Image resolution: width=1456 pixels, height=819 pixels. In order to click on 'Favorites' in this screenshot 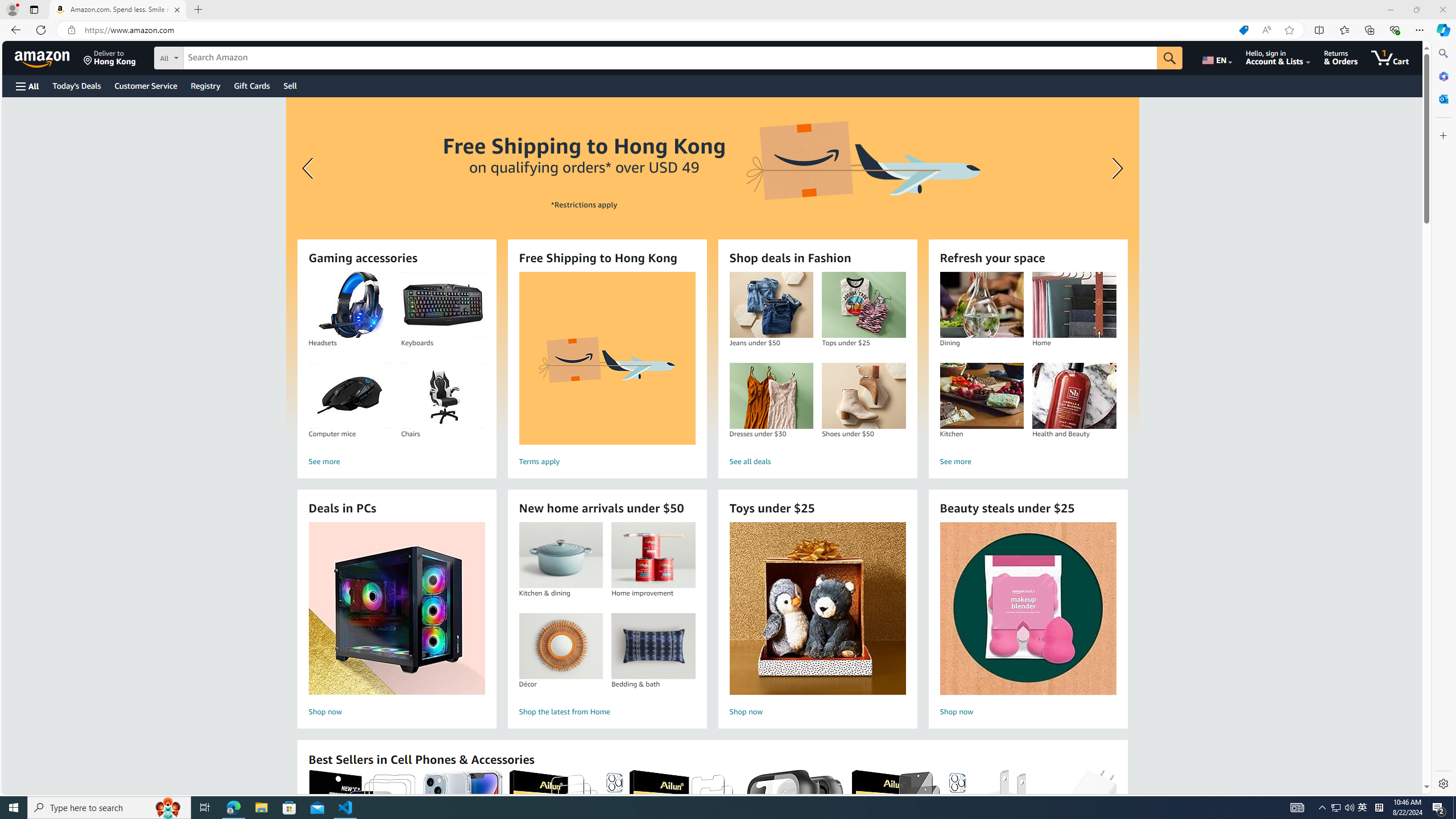, I will do `click(1345, 29)`.